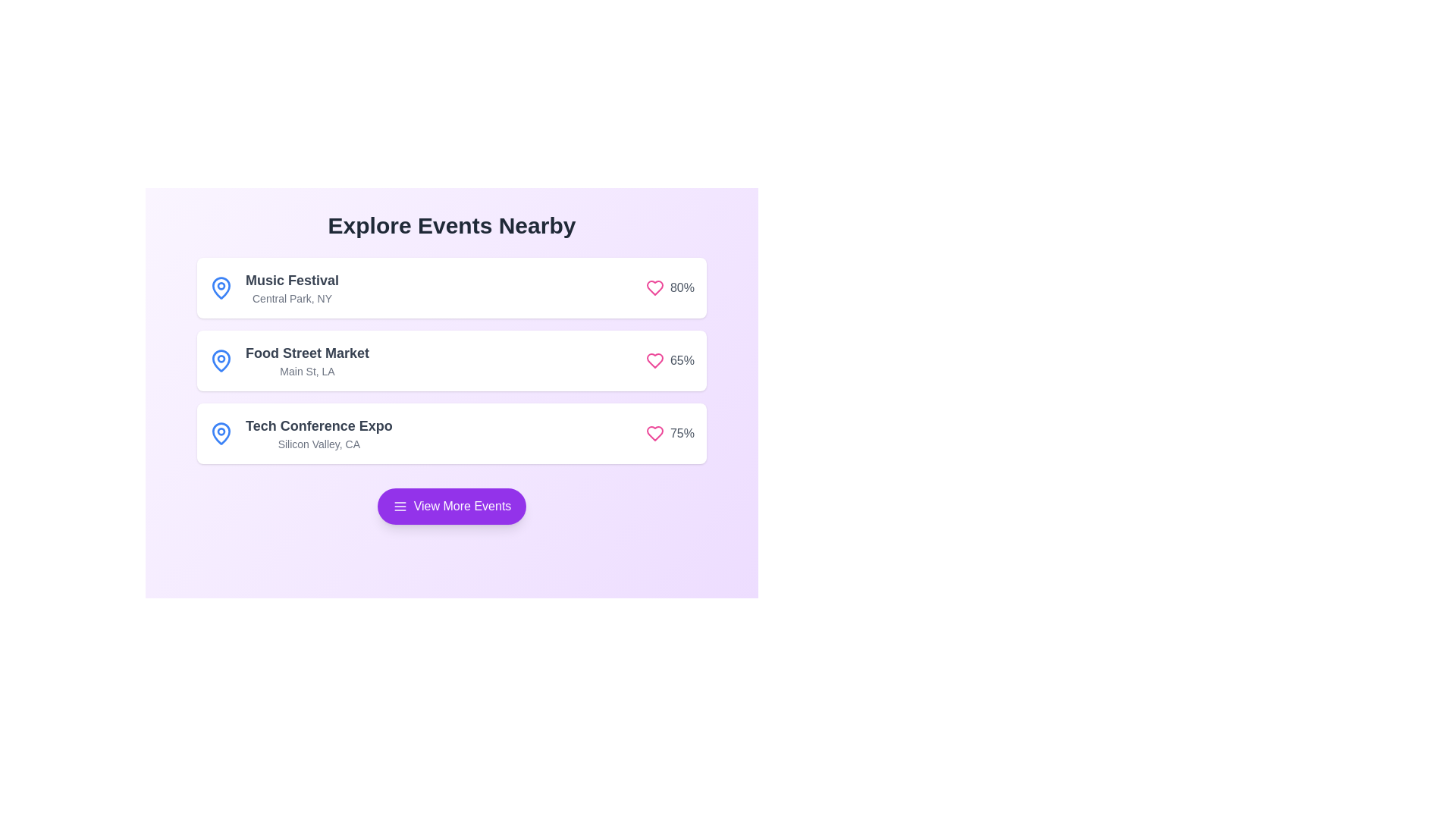 Image resolution: width=1456 pixels, height=819 pixels. I want to click on text from the header label of the first event card in the 'Explore Events Nearby' section, located above 'Central Park, NY', so click(292, 281).